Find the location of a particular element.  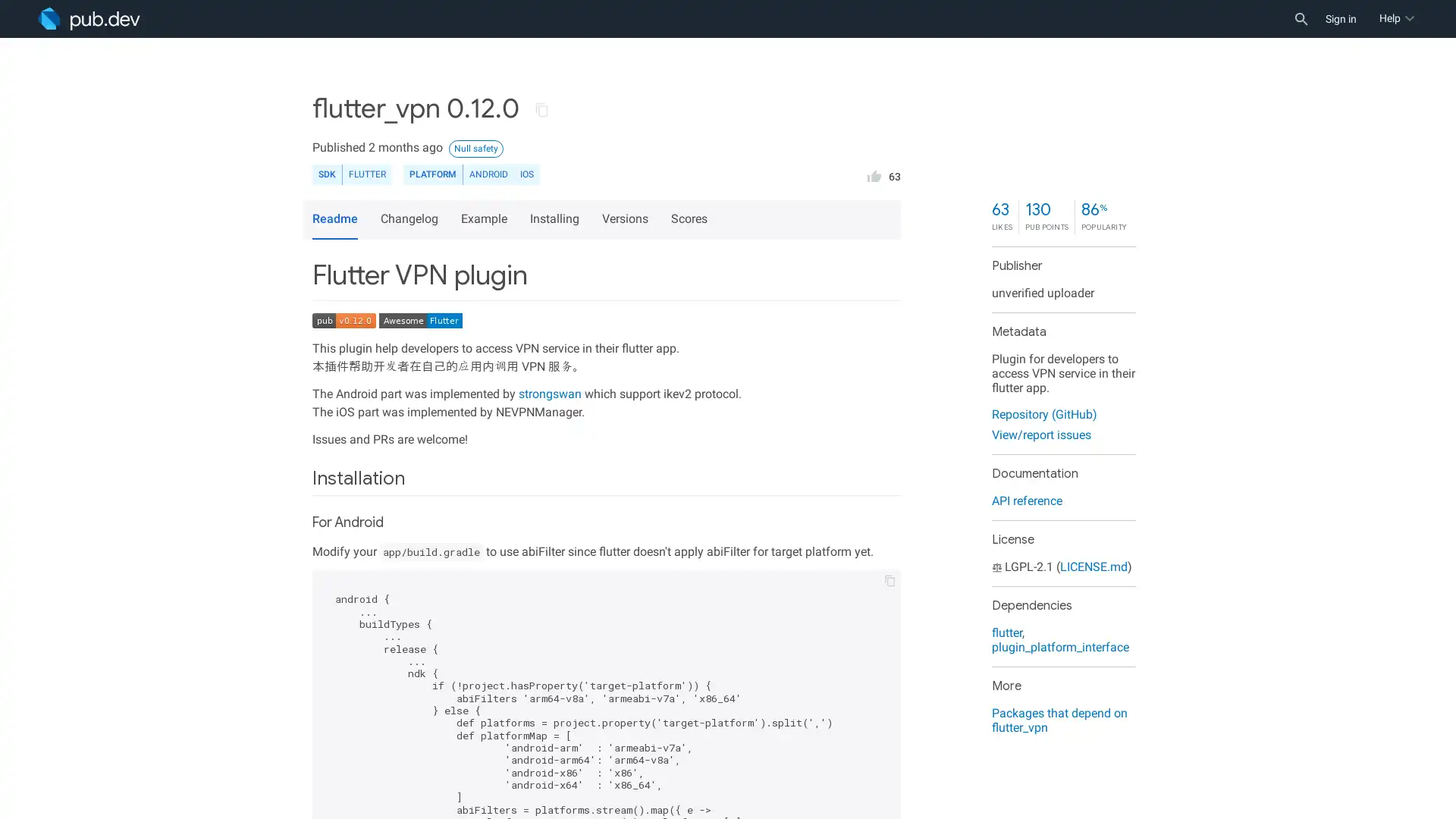

Changelog is located at coordinates (411, 219).